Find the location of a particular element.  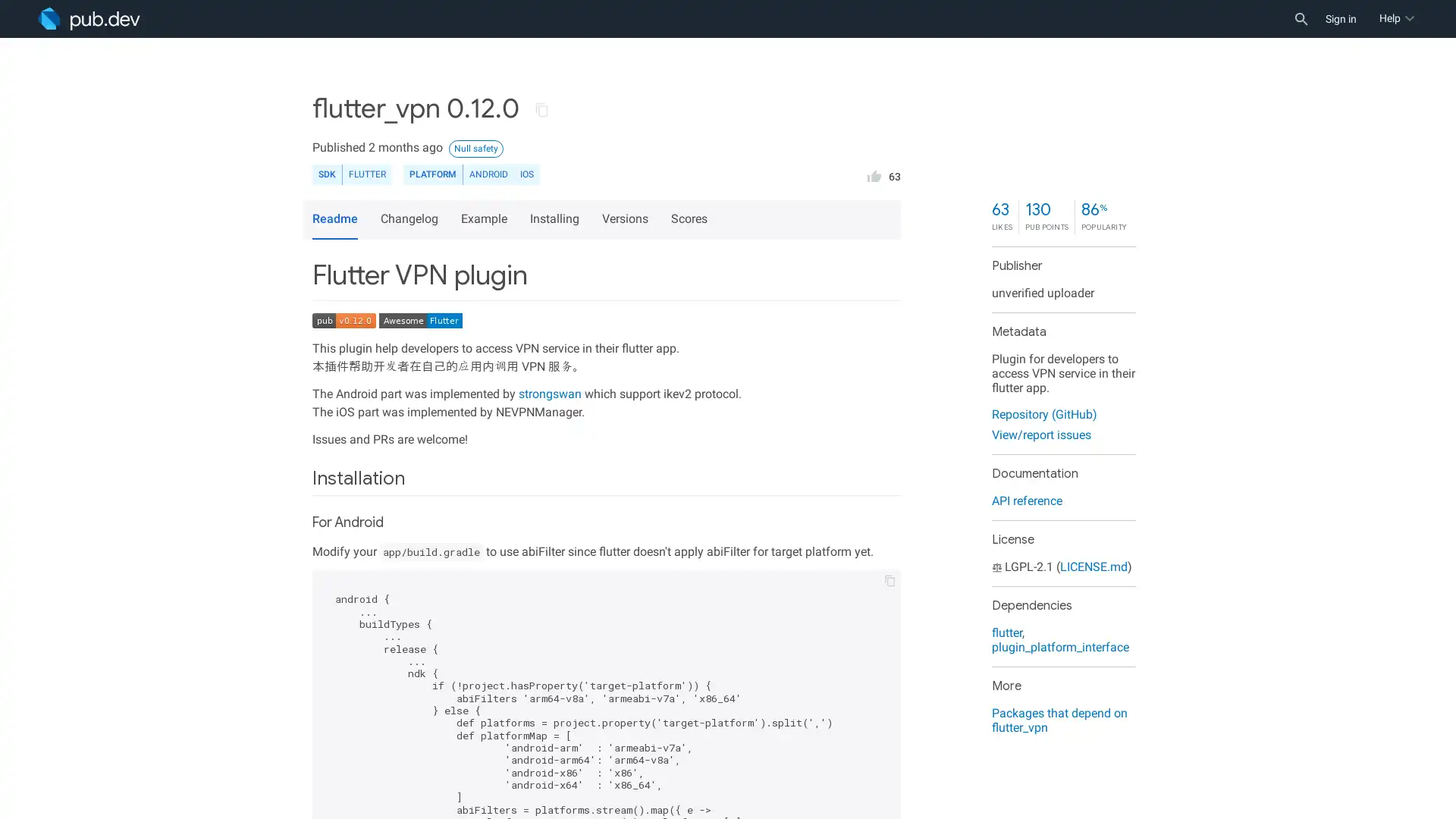

Changelog is located at coordinates (411, 219).